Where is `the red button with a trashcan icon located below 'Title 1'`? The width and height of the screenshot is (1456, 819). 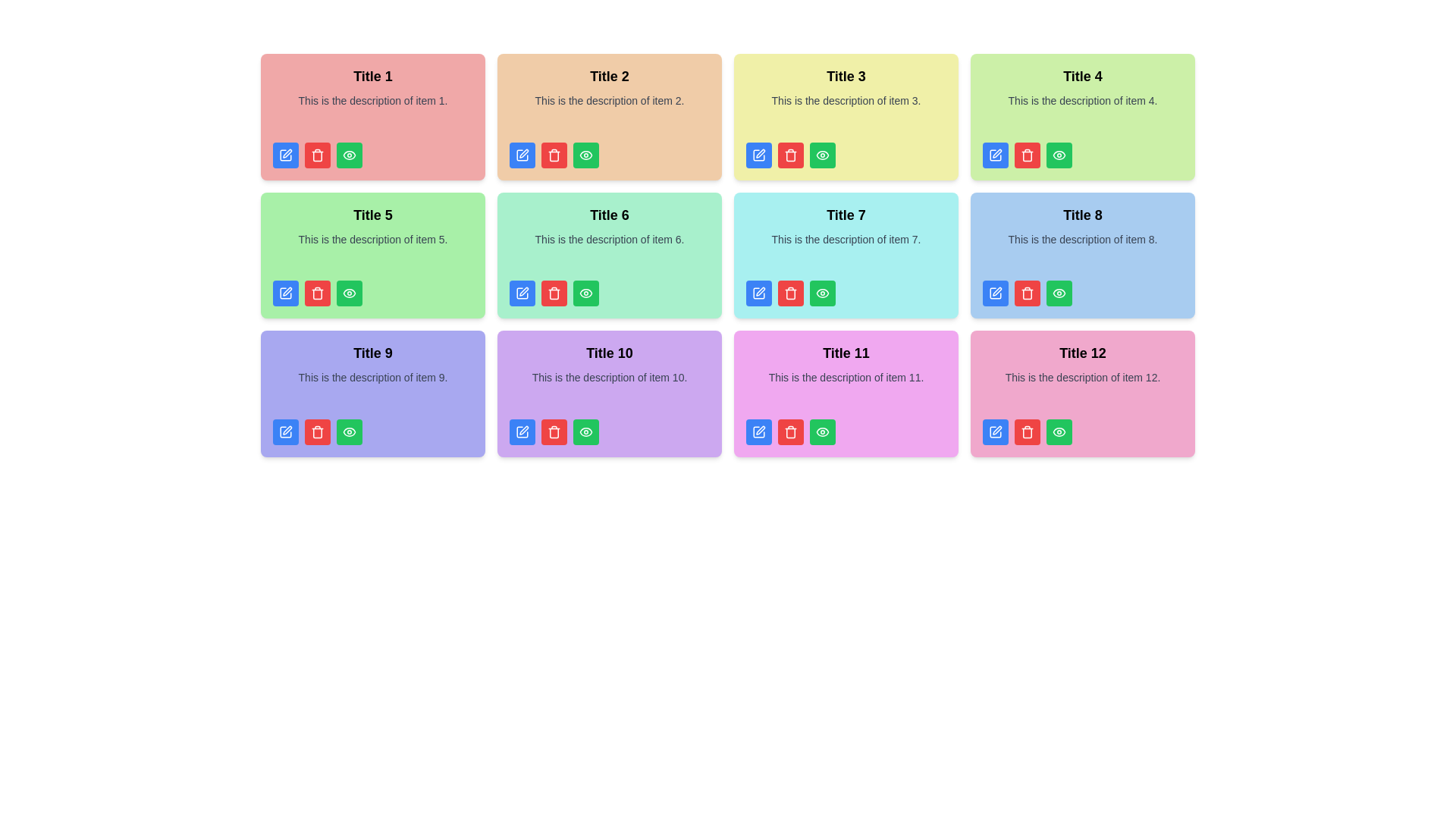
the red button with a trashcan icon located below 'Title 1' is located at coordinates (316, 155).